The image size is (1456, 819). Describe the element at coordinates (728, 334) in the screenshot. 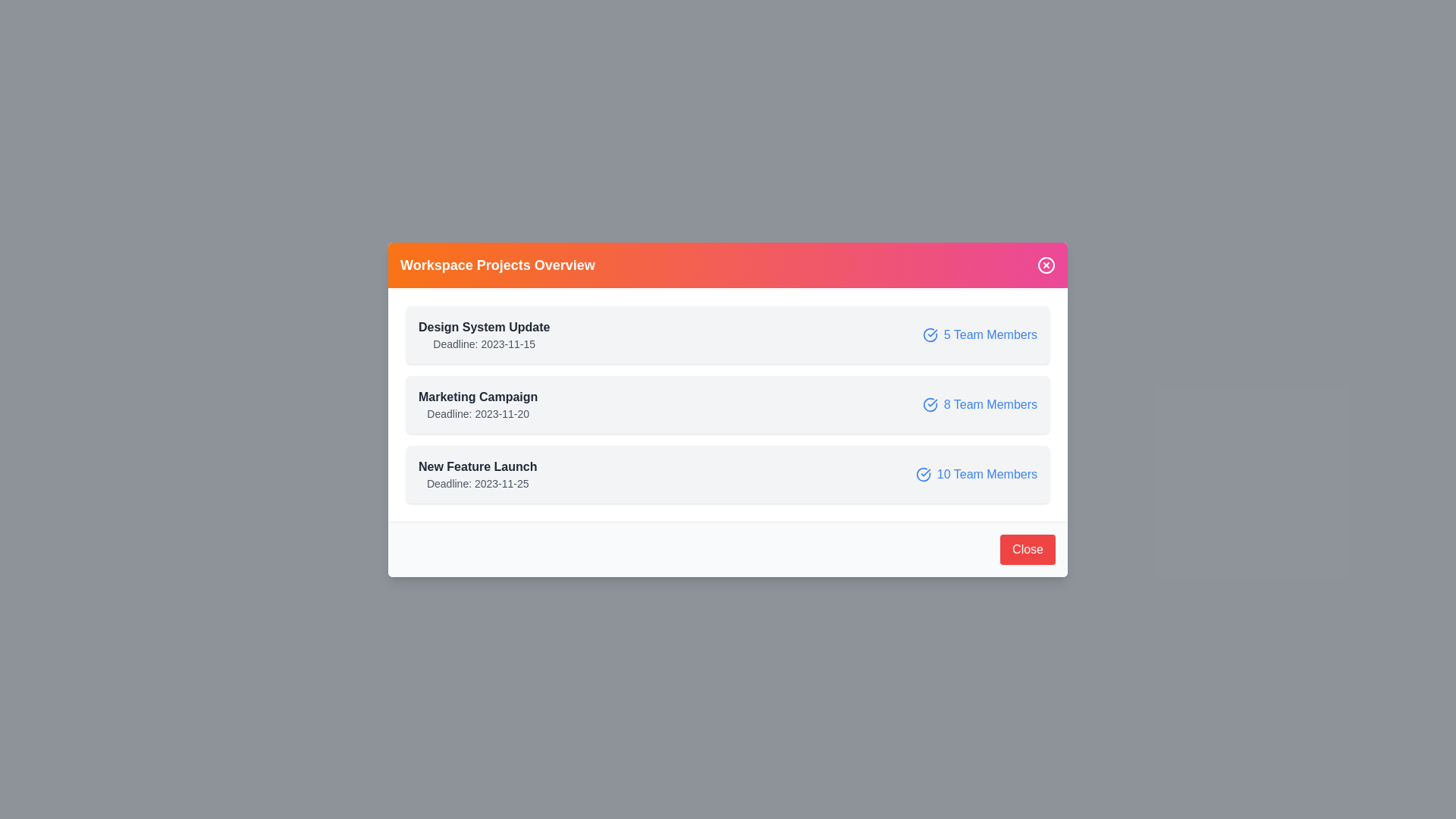

I see `the project 'Design System Update' to inspect its details` at that location.